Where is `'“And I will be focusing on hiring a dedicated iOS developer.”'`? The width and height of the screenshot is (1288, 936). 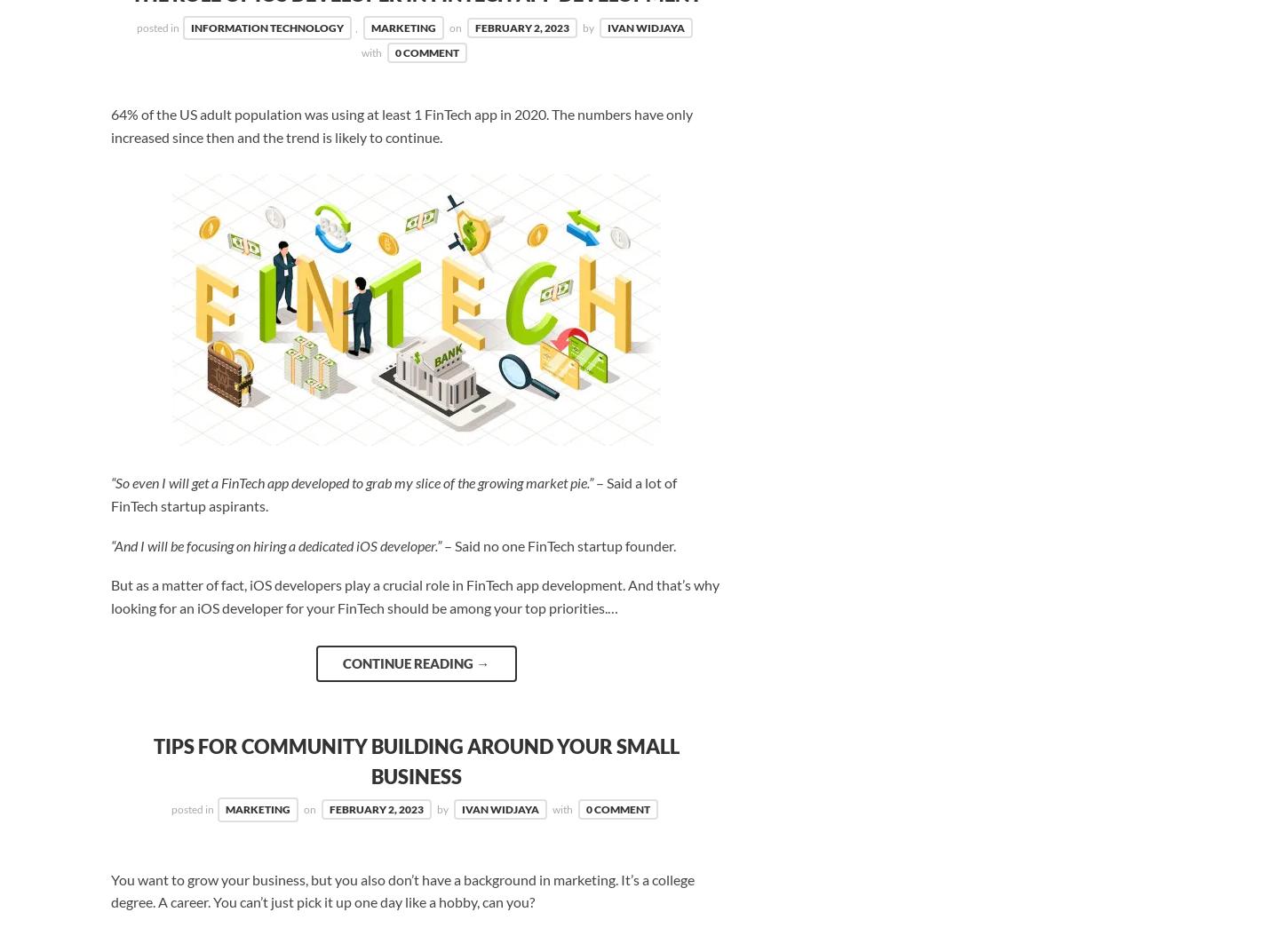 '“And I will be focusing on hiring a dedicated iOS developer.”' is located at coordinates (109, 543).